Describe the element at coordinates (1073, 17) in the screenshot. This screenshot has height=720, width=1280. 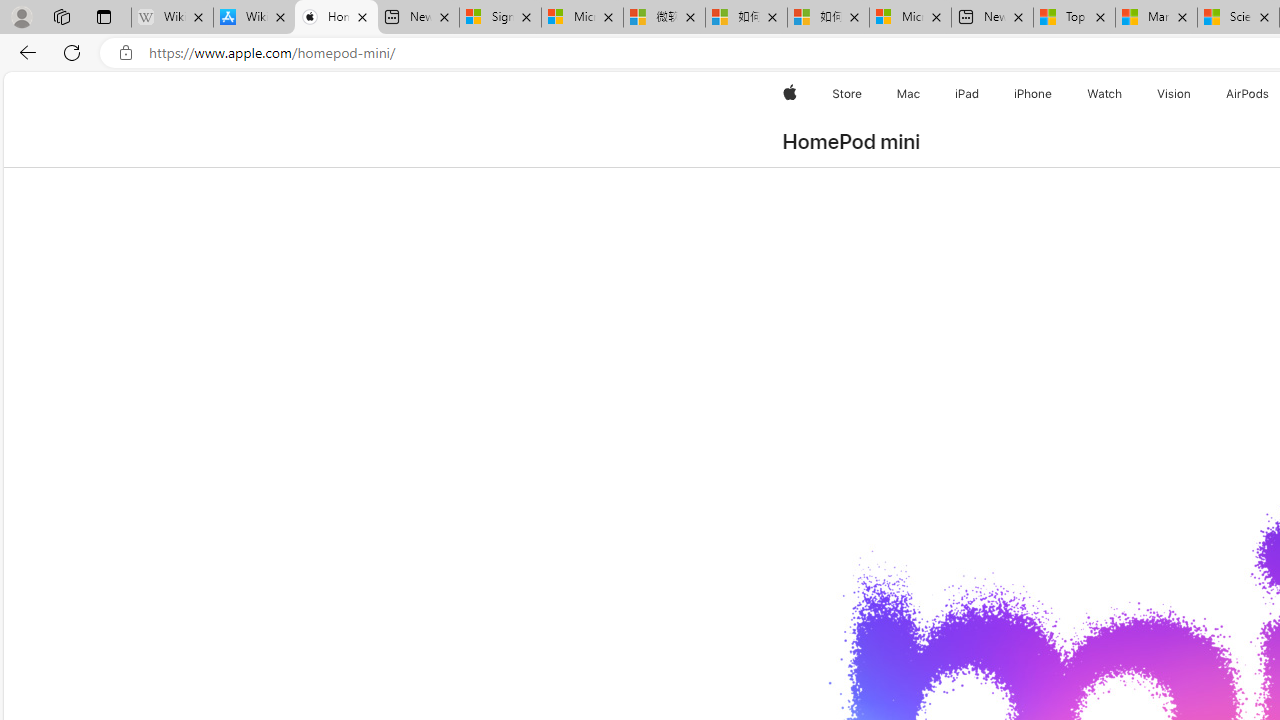
I see `'Top Stories - MSN'` at that location.